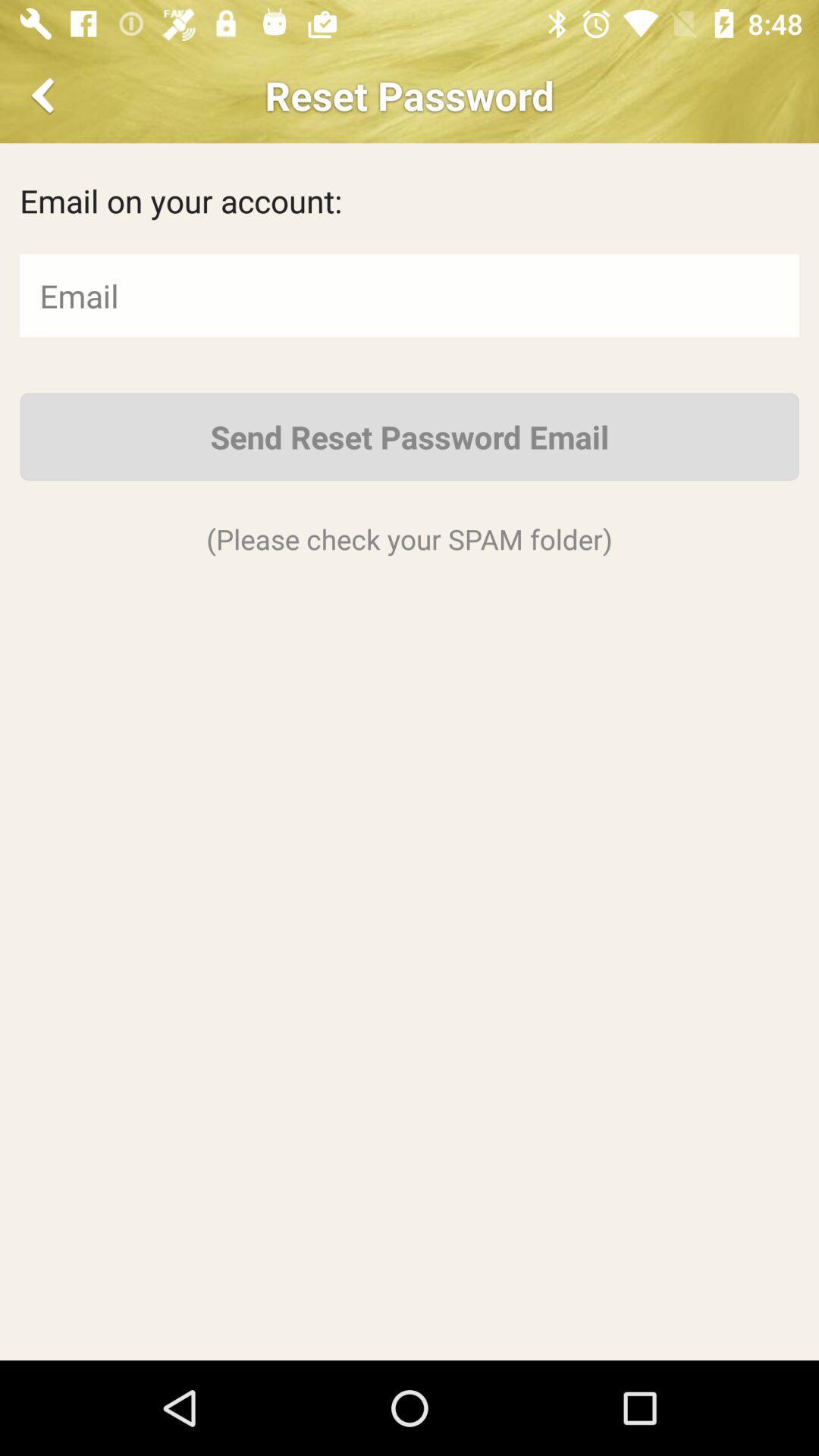 The height and width of the screenshot is (1456, 819). What do you see at coordinates (45, 94) in the screenshot?
I see `the item next to reset password app` at bounding box center [45, 94].